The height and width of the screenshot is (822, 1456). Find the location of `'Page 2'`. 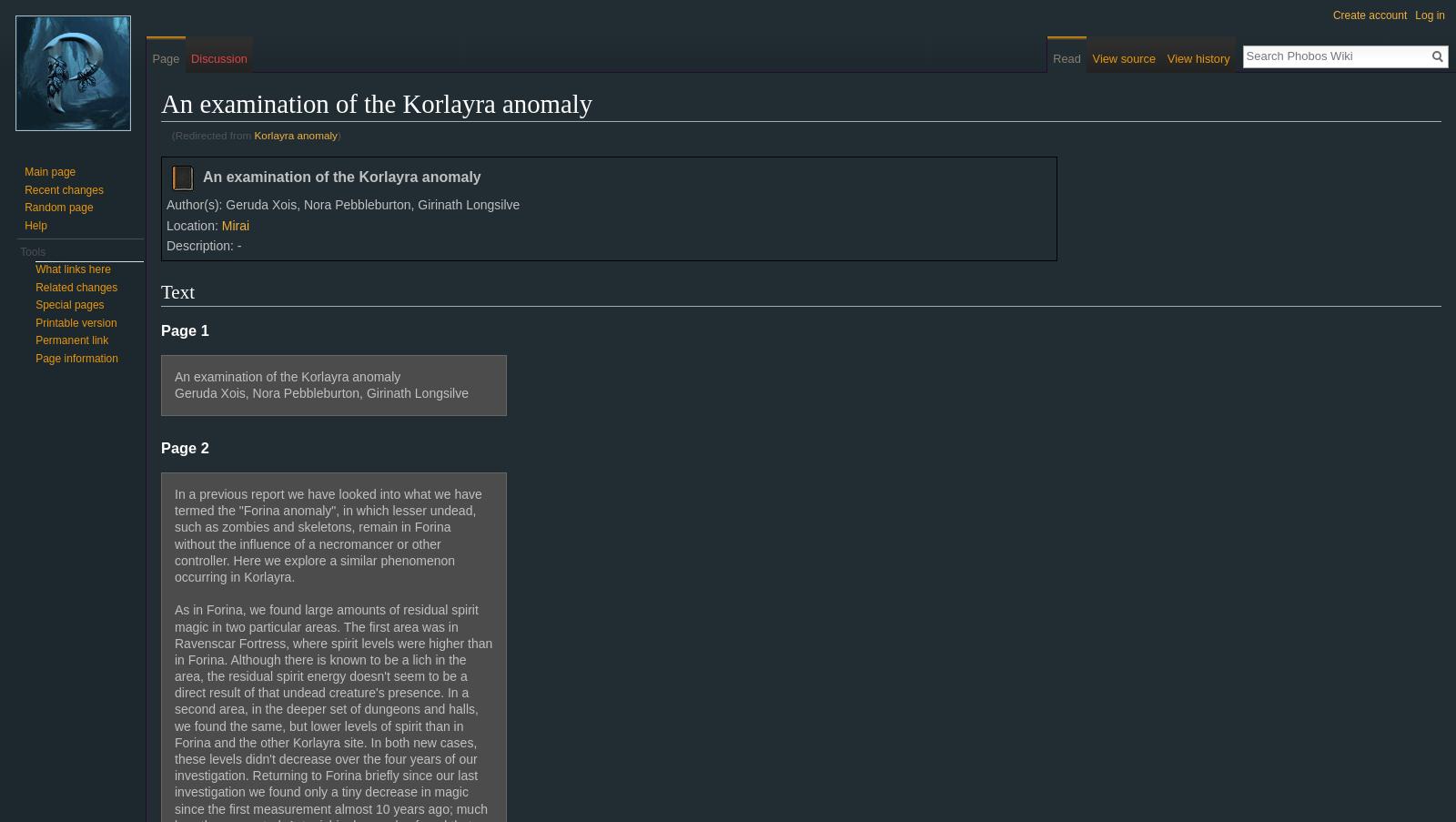

'Page 2' is located at coordinates (185, 446).